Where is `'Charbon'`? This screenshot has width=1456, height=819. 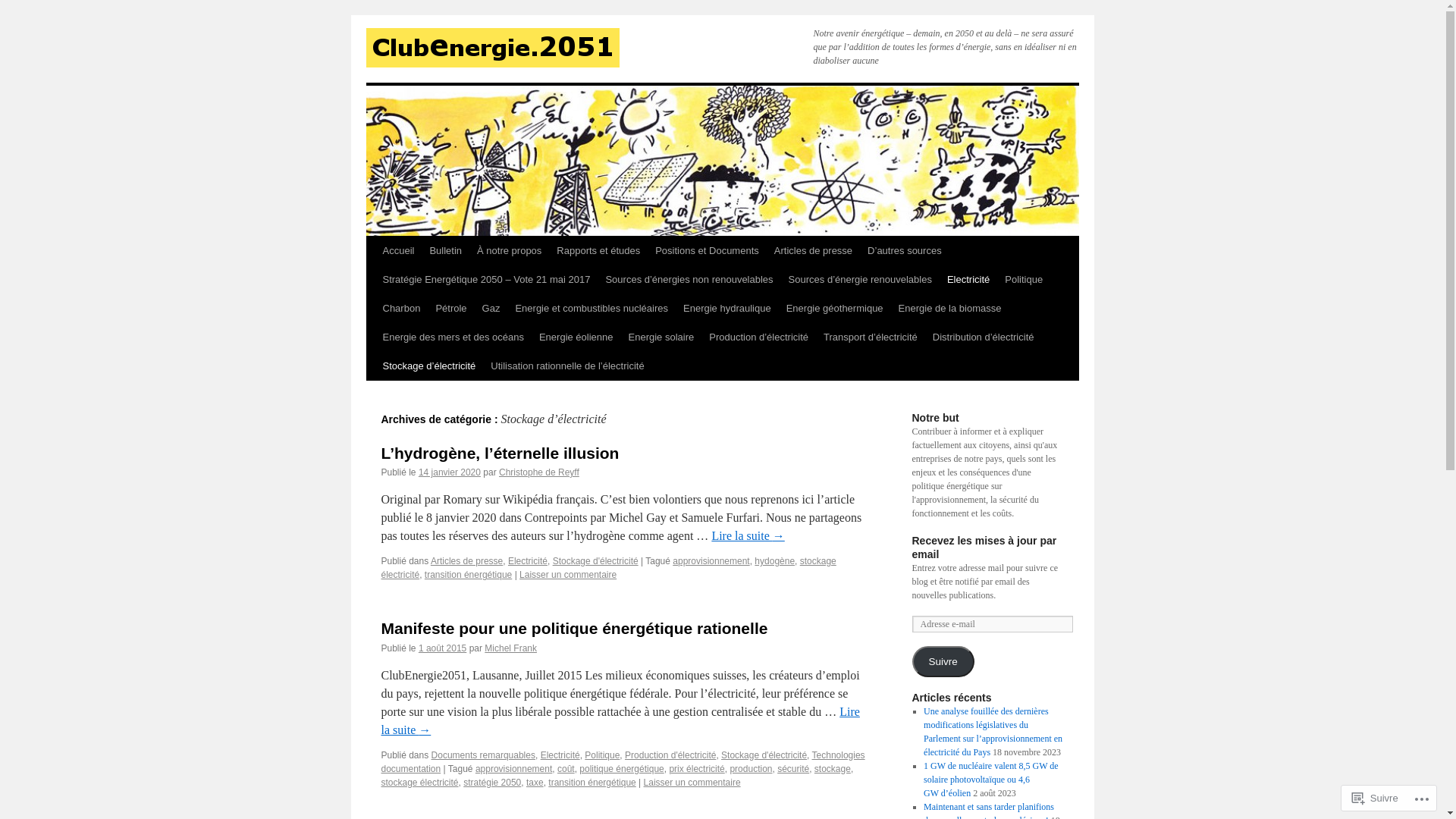
'Charbon' is located at coordinates (400, 308).